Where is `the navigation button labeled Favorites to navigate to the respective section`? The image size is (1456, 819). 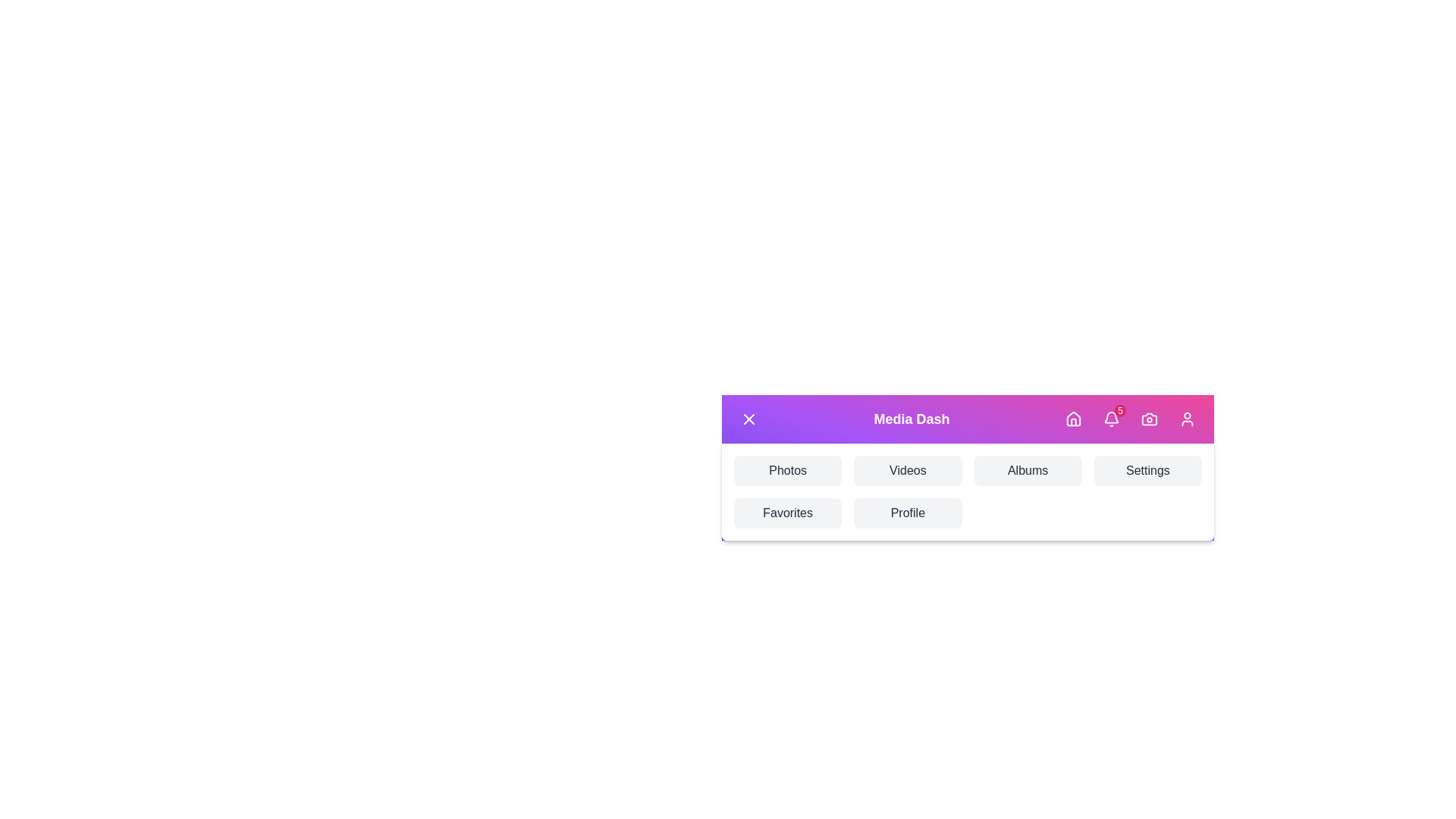
the navigation button labeled Favorites to navigate to the respective section is located at coordinates (788, 513).